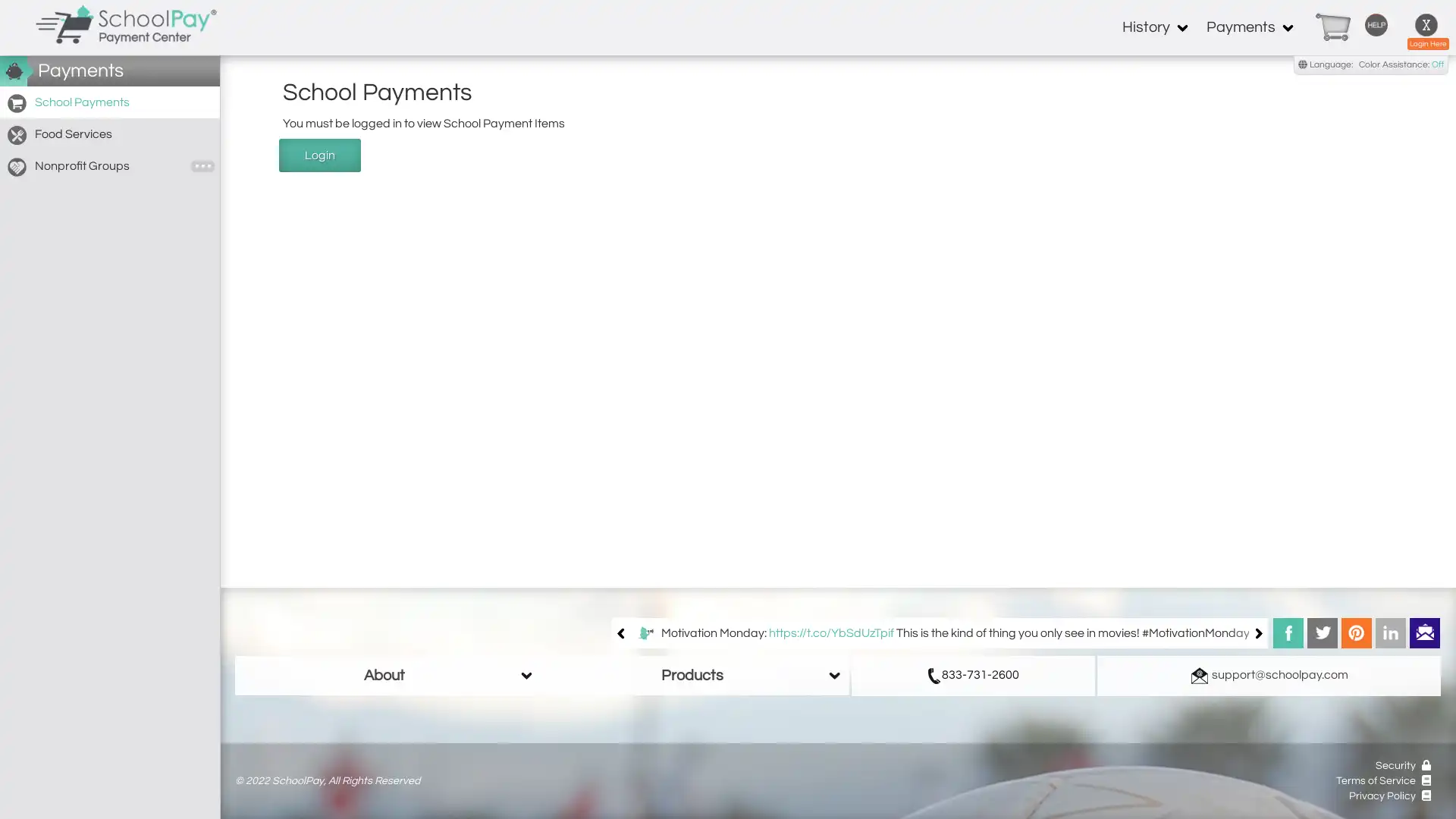 The width and height of the screenshot is (1456, 819). I want to click on Scroll Right Arrow, so click(1243, 632).